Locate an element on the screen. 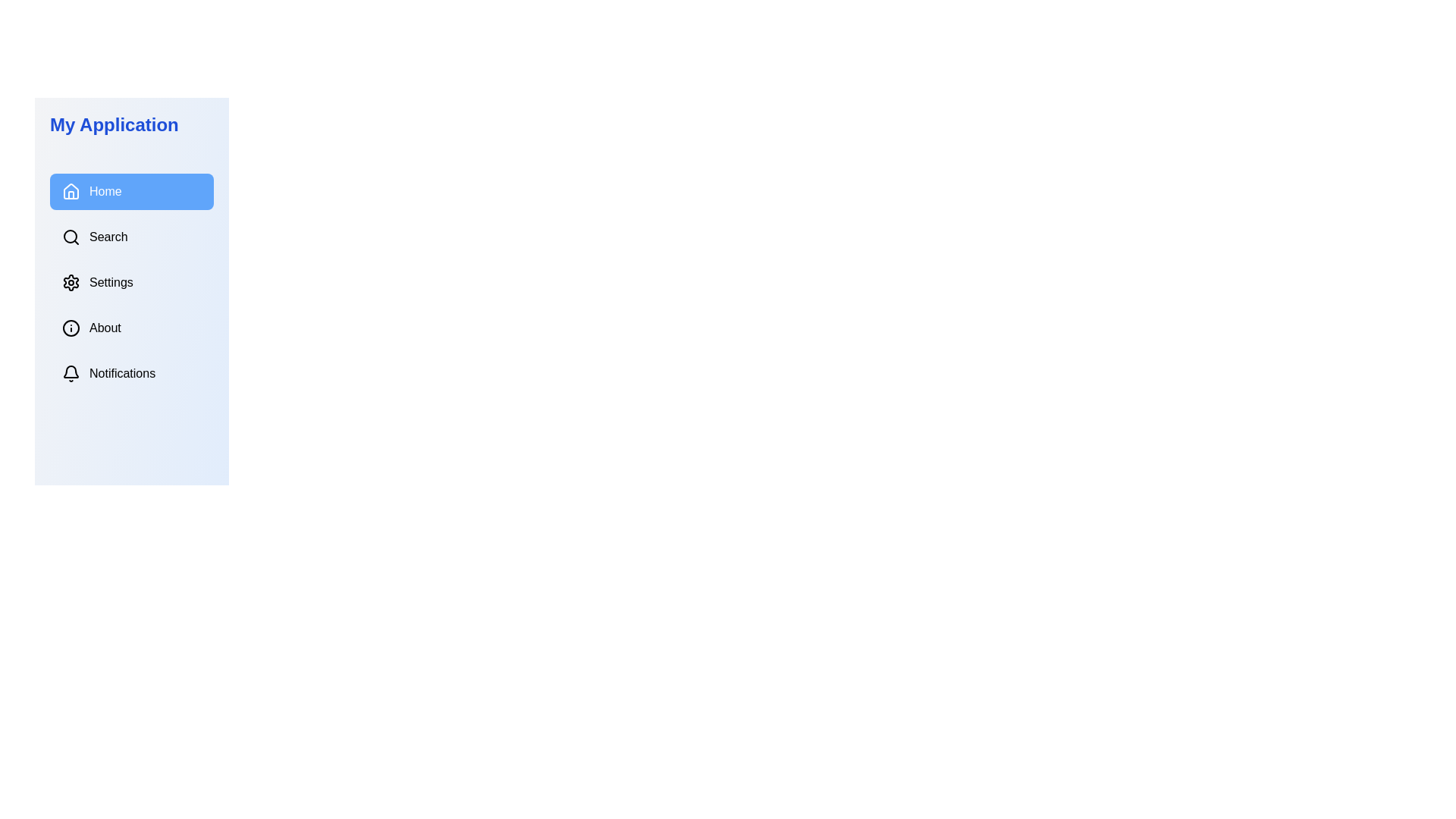 The image size is (1456, 819). the fifth button in the vertical menu on the left sidebar is located at coordinates (131, 374).